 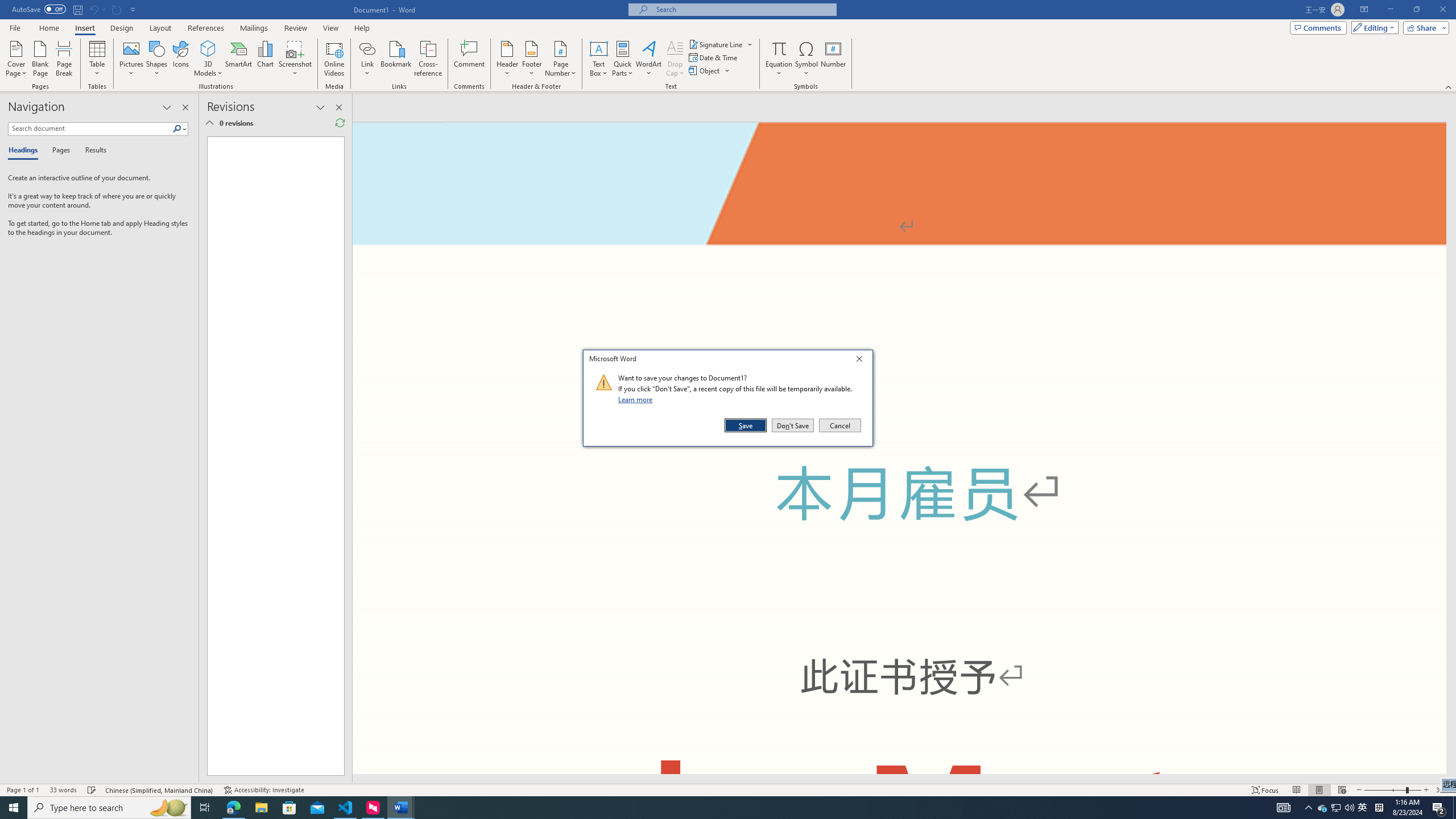 I want to click on 'Can', so click(x=97, y=9).